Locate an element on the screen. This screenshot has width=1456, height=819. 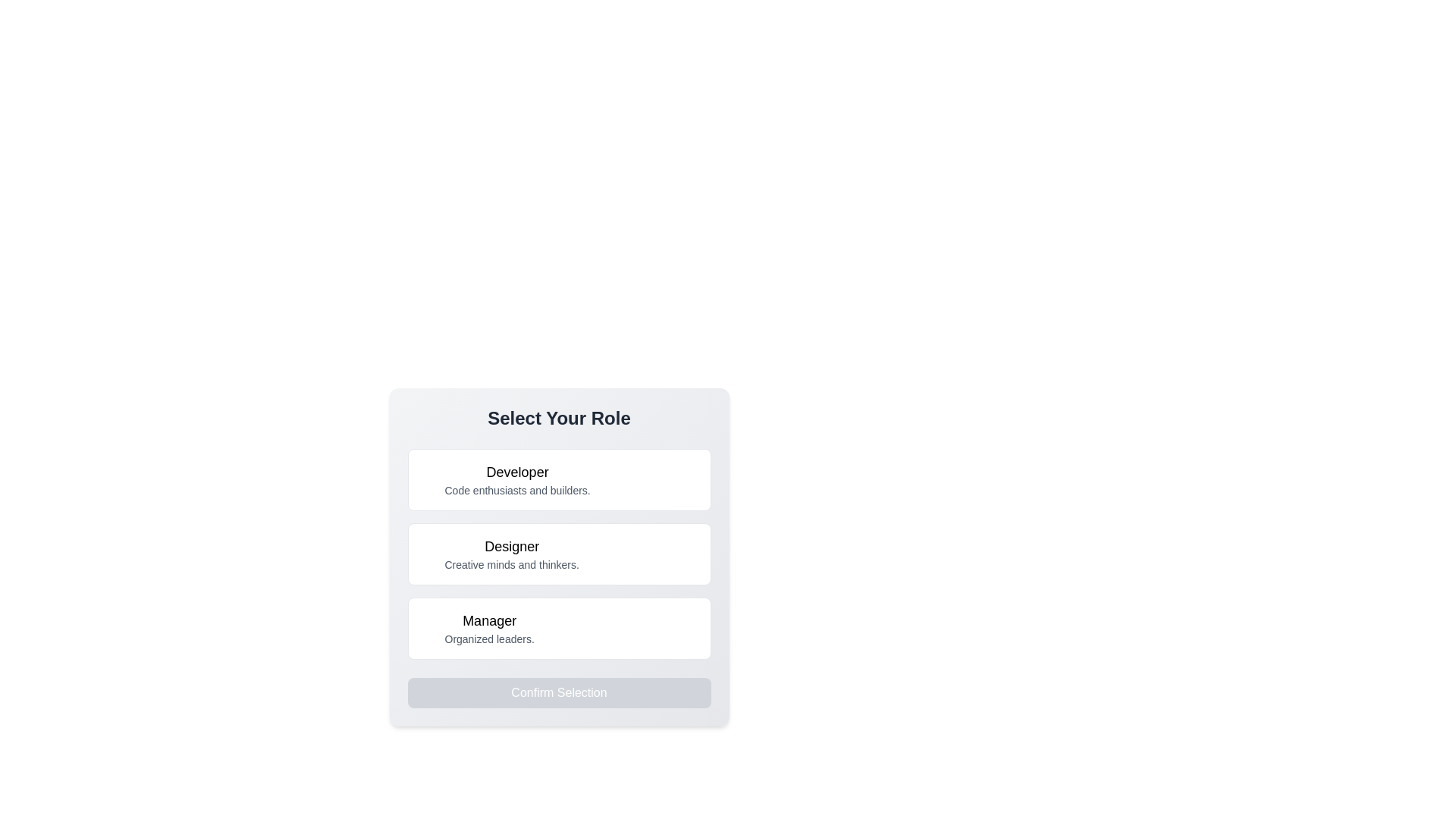
the second TextBlock in the role selection menu is located at coordinates (558, 557).